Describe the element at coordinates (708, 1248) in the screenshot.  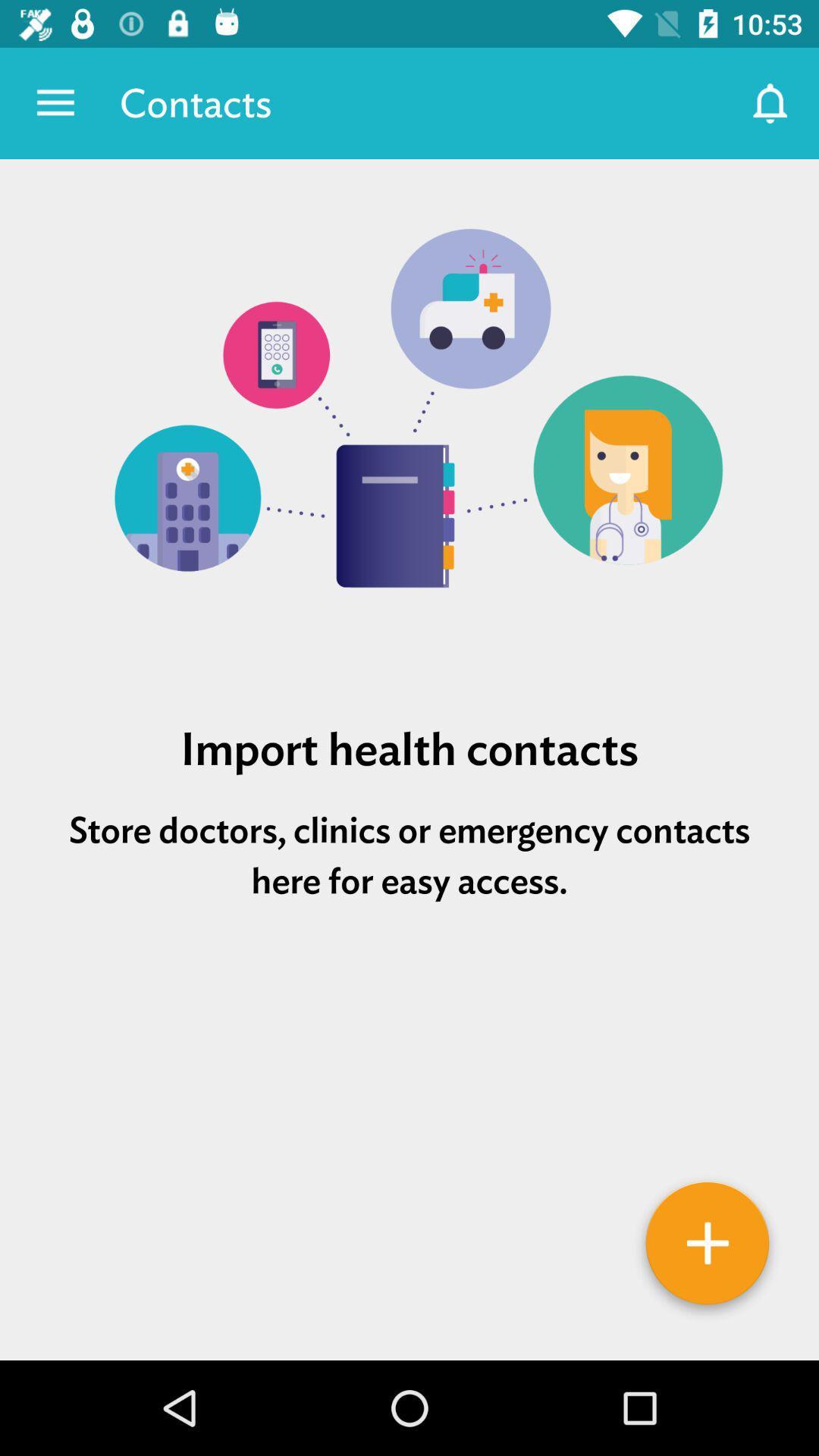
I see `contacts` at that location.